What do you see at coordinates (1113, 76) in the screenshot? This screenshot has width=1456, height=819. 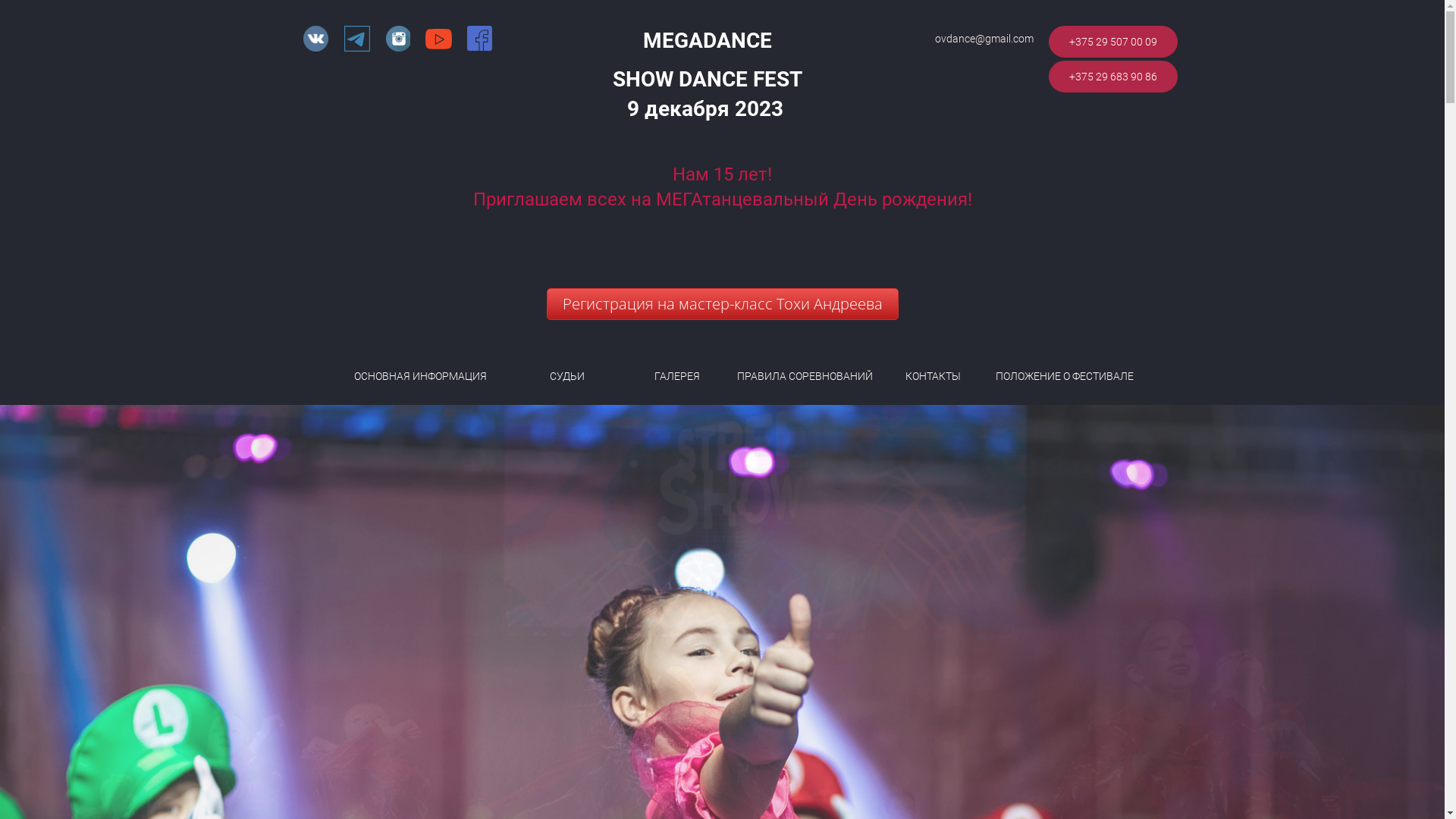 I see `'+375 29 683 90 86'` at bounding box center [1113, 76].